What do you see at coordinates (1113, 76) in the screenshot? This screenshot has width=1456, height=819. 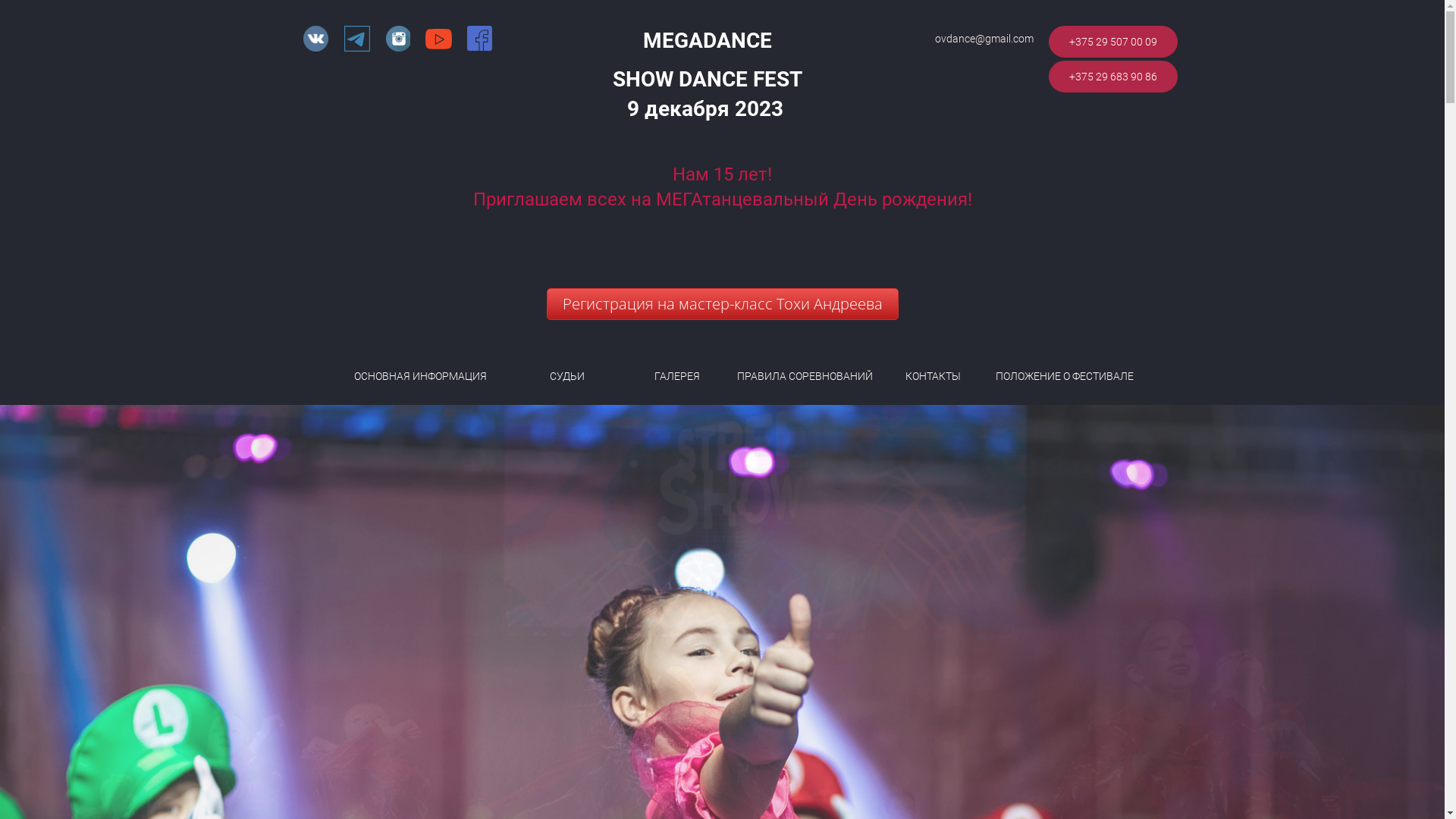 I see `'+375 29 683 90 86'` at bounding box center [1113, 76].